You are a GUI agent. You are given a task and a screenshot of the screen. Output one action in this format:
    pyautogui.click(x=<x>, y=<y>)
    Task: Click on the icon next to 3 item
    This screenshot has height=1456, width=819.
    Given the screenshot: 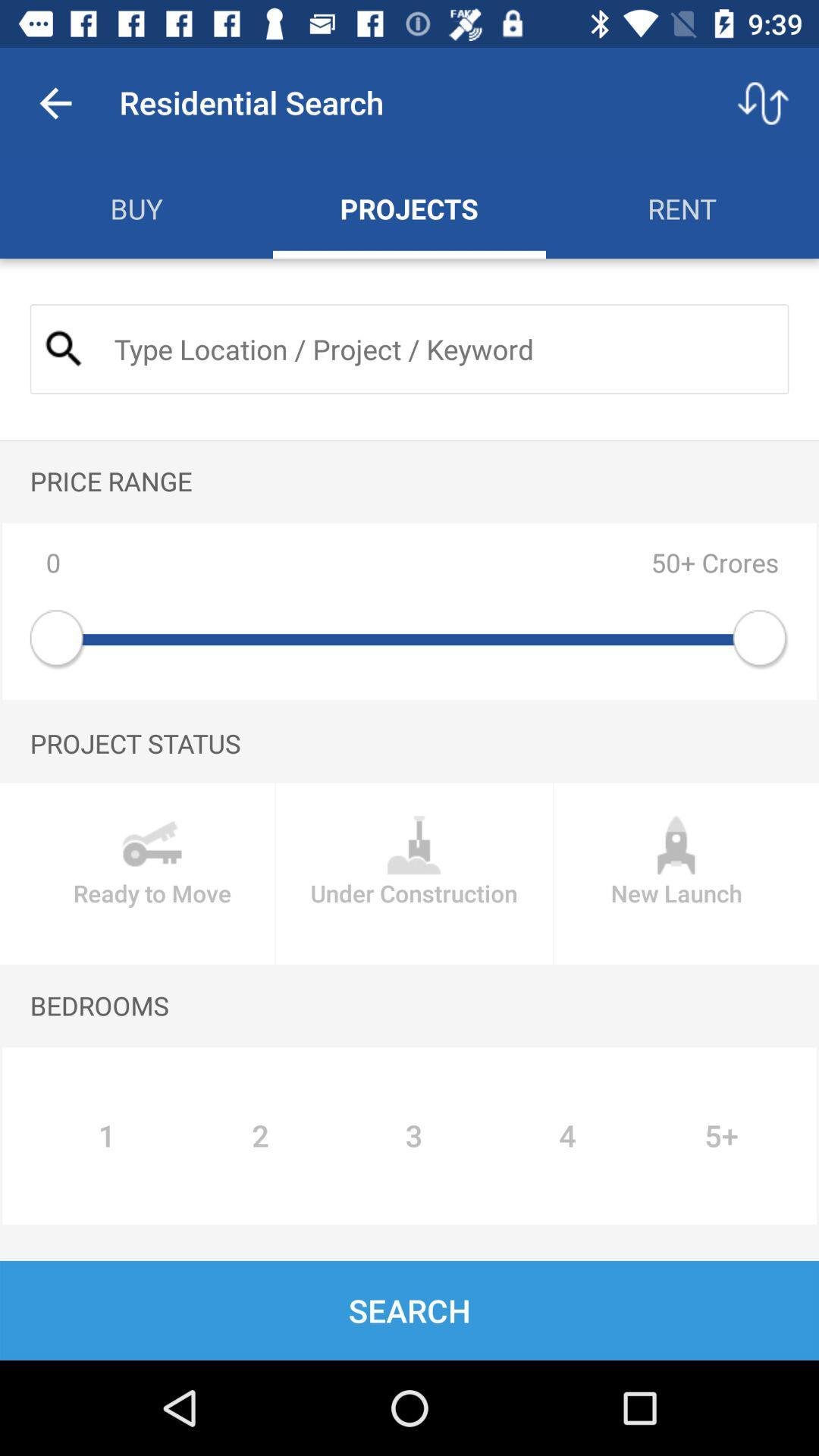 What is the action you would take?
    pyautogui.click(x=567, y=1136)
    